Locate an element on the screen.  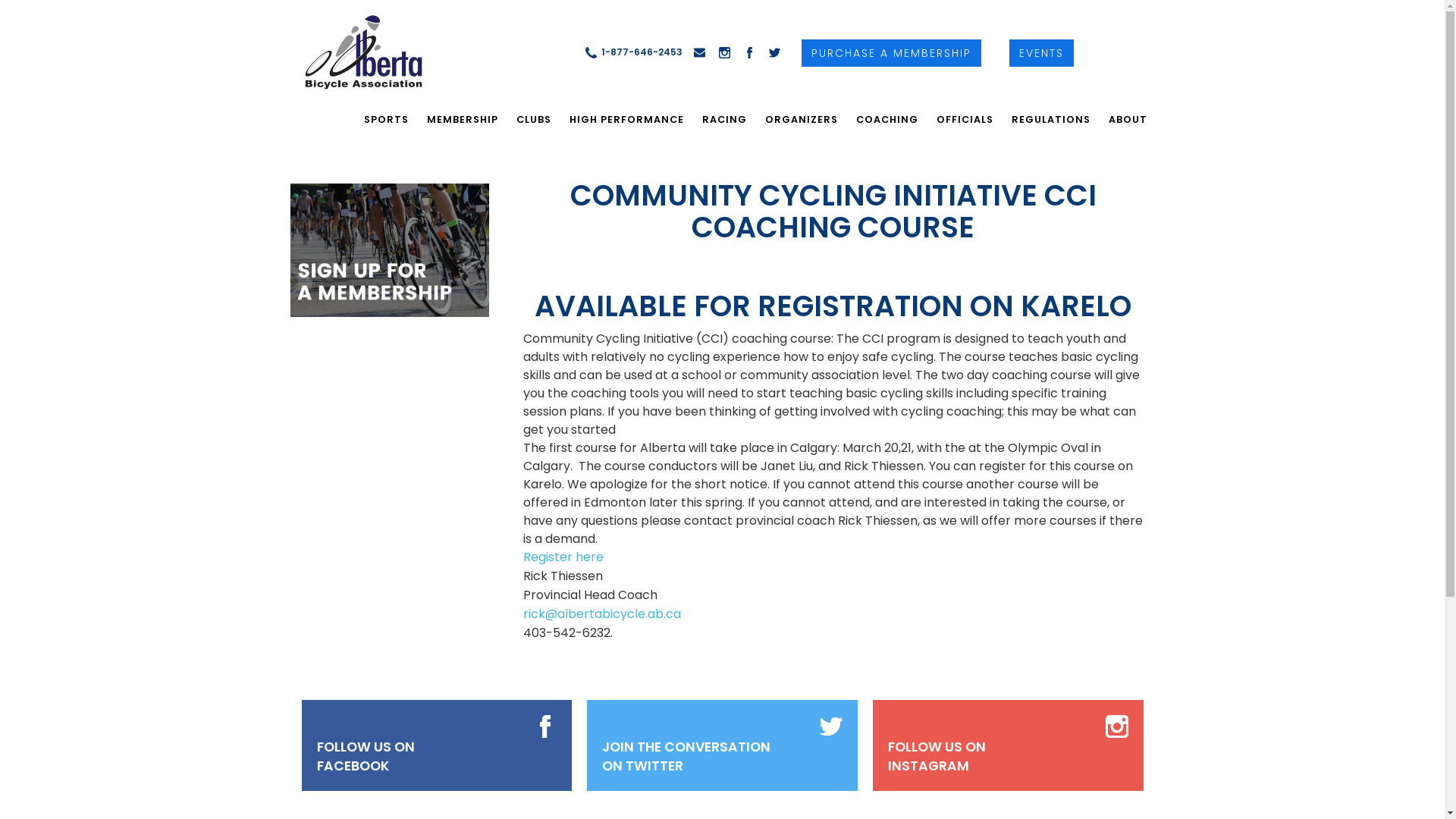
'OFFICIALS' is located at coordinates (963, 119).